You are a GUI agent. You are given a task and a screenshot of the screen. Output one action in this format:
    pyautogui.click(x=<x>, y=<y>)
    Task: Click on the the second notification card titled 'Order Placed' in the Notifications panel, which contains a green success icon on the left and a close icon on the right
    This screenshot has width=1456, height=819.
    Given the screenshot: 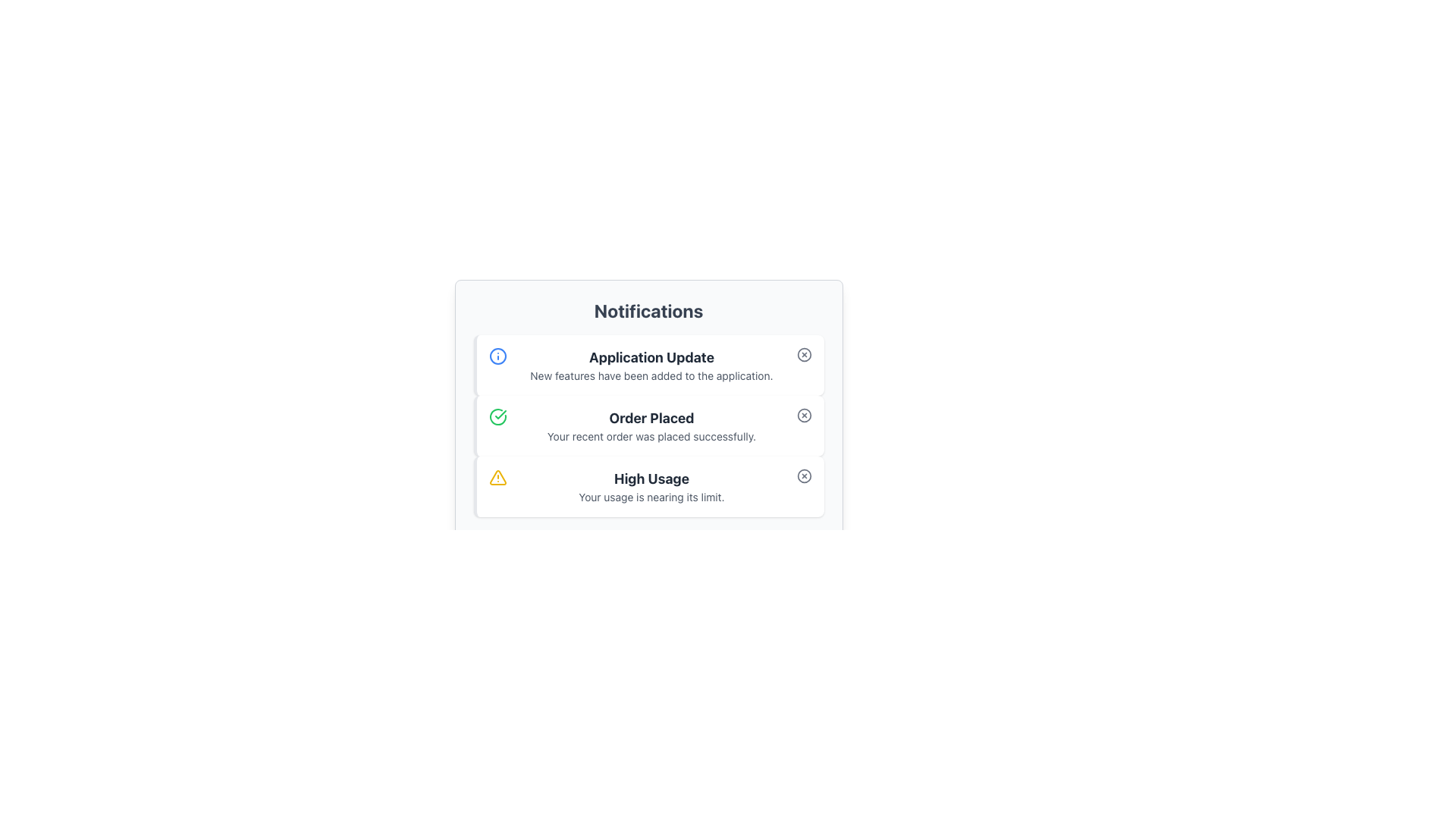 What is the action you would take?
    pyautogui.click(x=648, y=426)
    